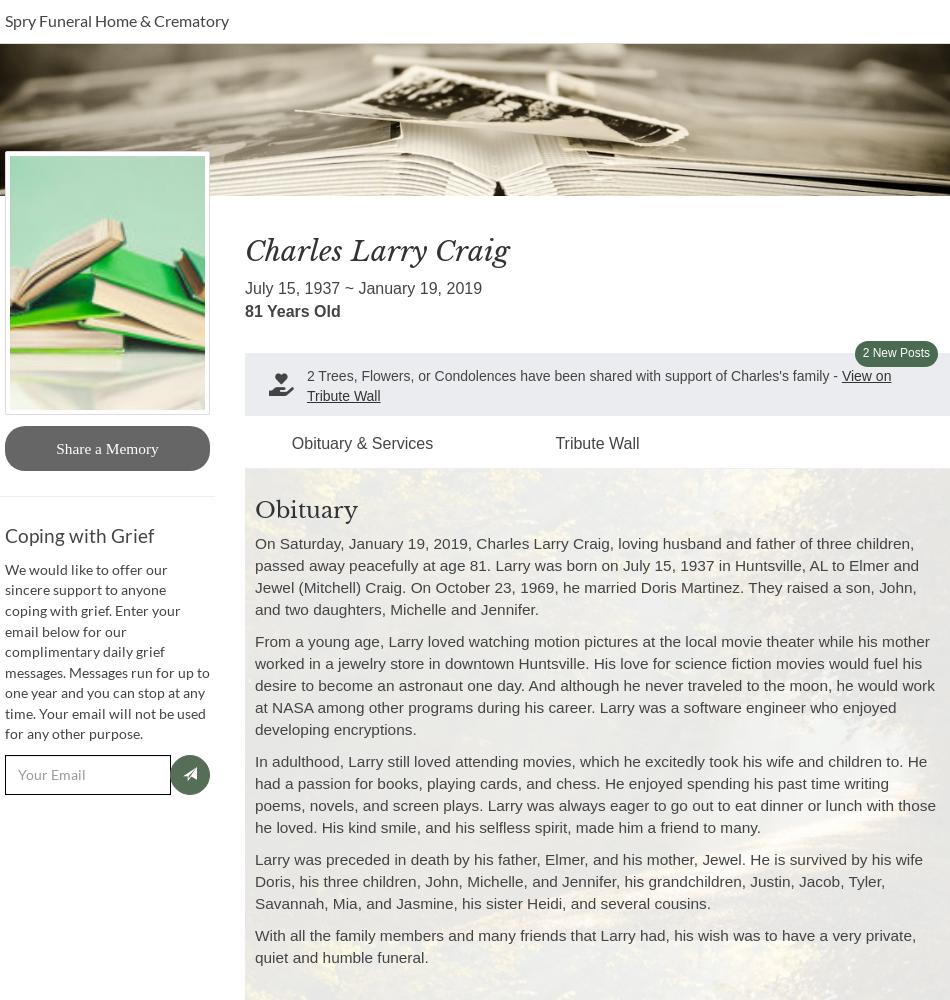 The width and height of the screenshot is (950, 1000). Describe the element at coordinates (596, 442) in the screenshot. I see `'Tribute Wall'` at that location.